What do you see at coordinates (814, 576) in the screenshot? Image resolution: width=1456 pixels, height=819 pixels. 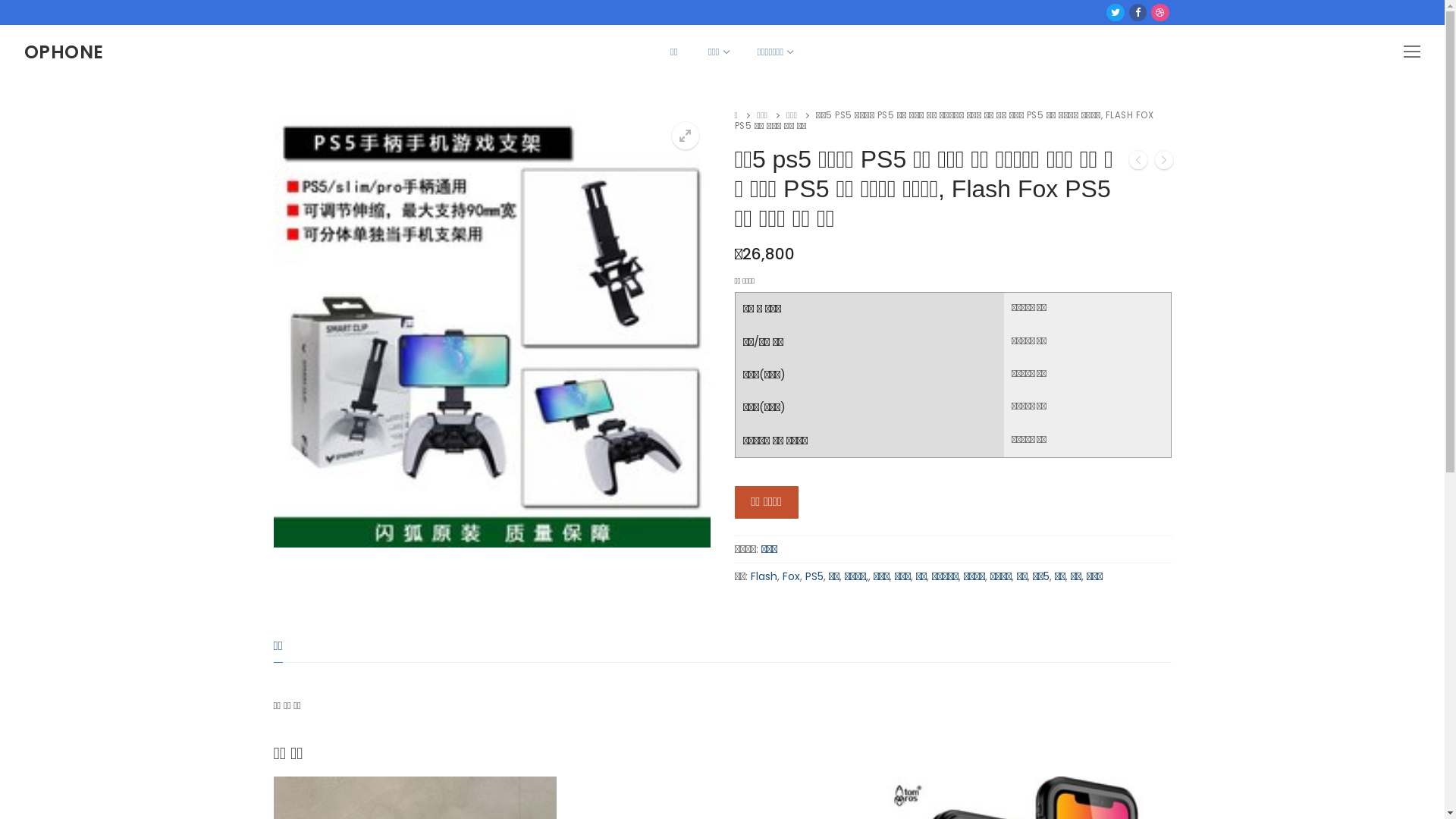 I see `'PS5'` at bounding box center [814, 576].